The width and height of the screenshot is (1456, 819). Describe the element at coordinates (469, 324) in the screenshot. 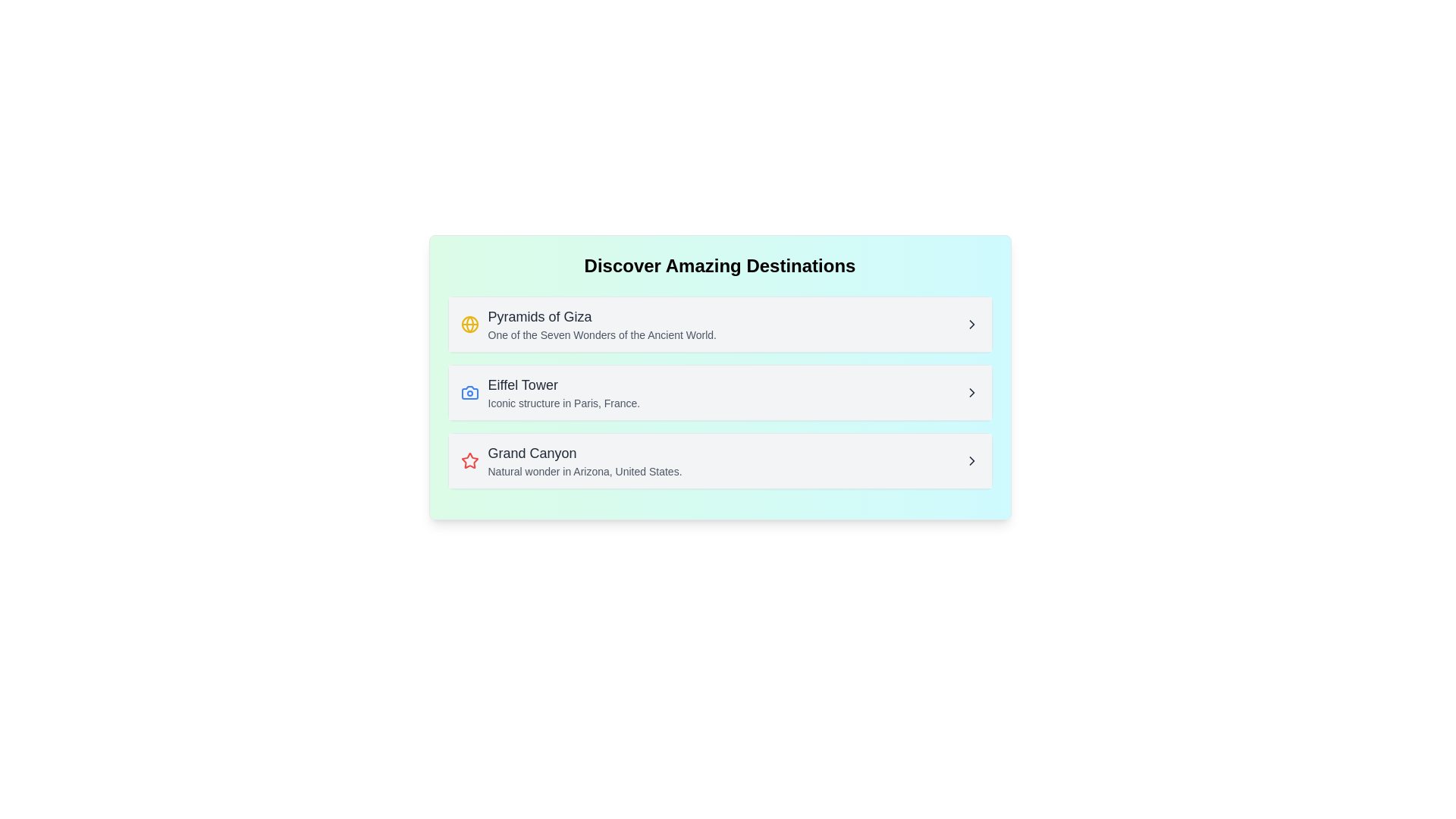

I see `the yellow circular element at the center of the globe icon adjacent to the 'Pyramids of Giza' text label` at that location.